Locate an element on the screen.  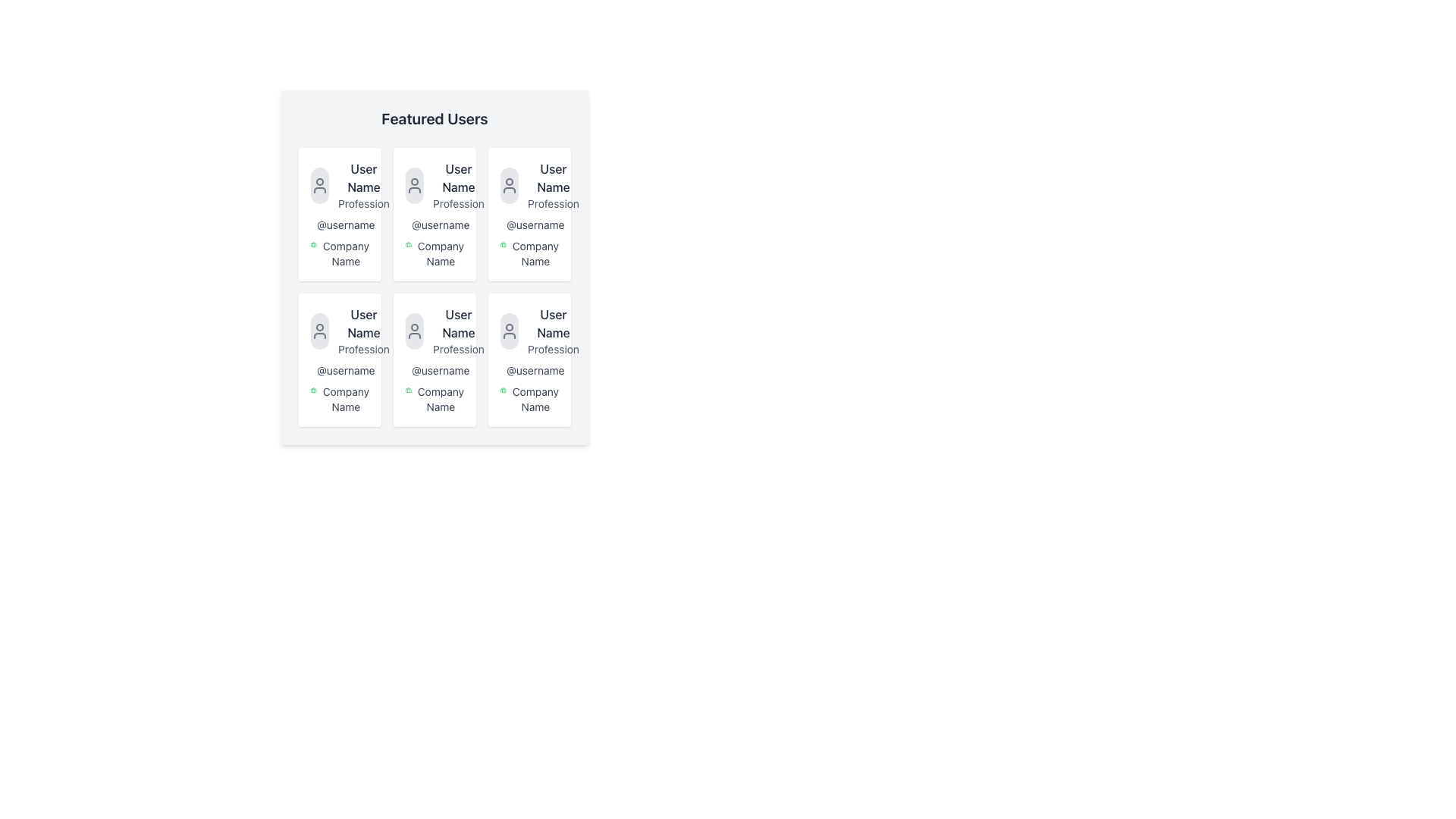
the Information Display Block that shows the user's profile information, including name and profession, located in the second row, first column of the user cards grid is located at coordinates (339, 330).